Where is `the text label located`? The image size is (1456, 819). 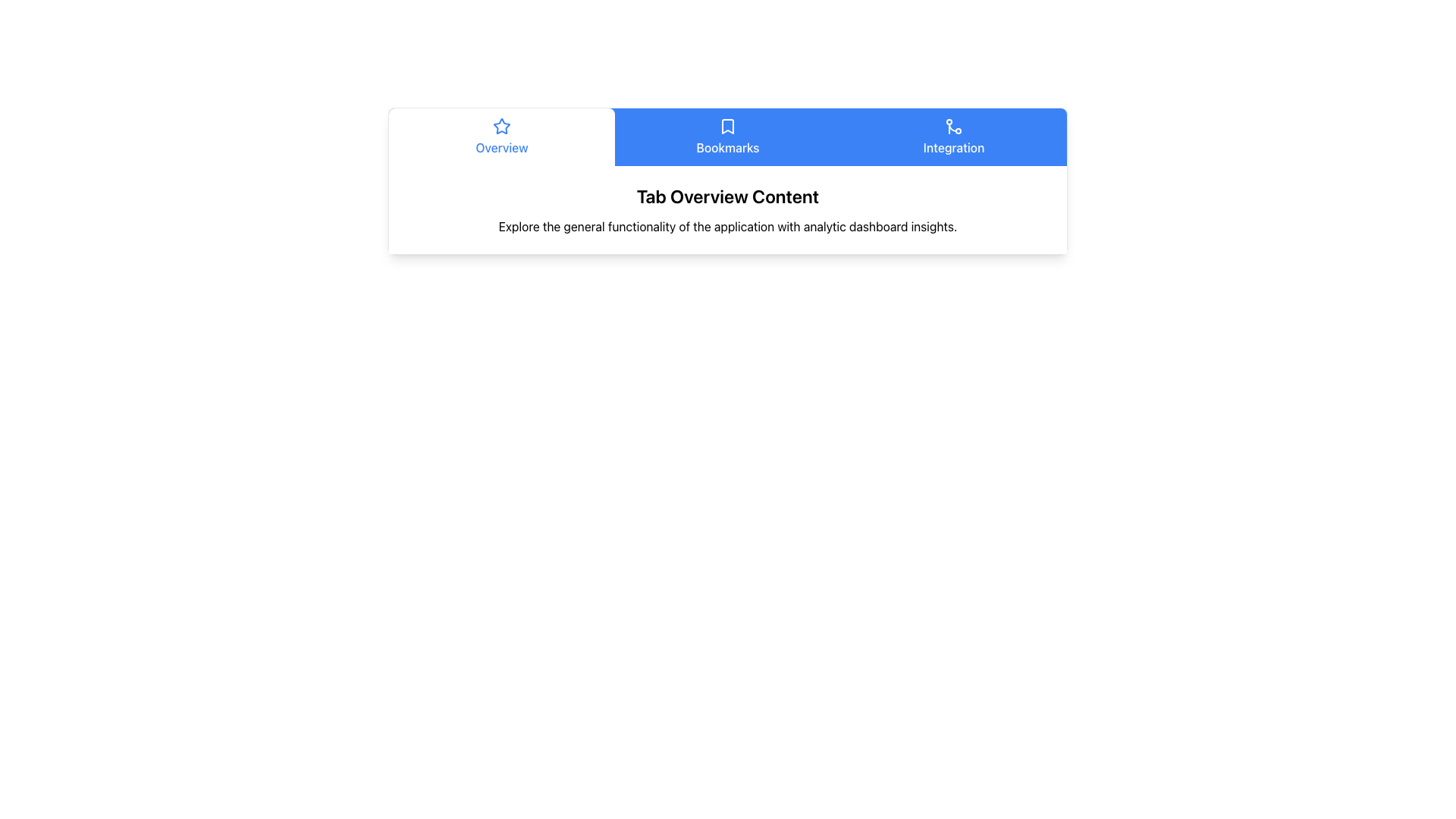 the text label located is located at coordinates (502, 148).